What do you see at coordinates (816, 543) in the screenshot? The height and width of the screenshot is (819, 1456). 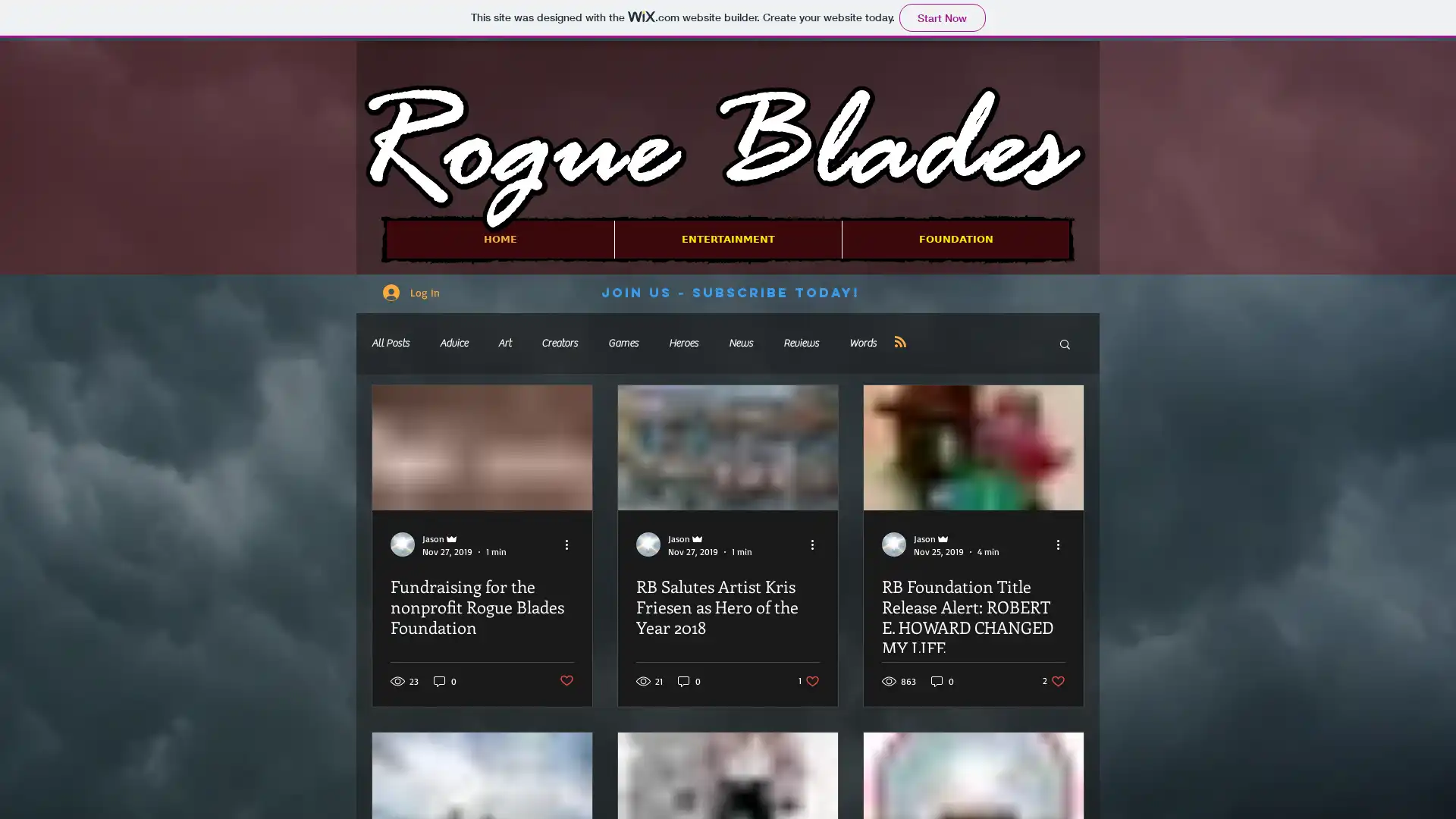 I see `More actions` at bounding box center [816, 543].